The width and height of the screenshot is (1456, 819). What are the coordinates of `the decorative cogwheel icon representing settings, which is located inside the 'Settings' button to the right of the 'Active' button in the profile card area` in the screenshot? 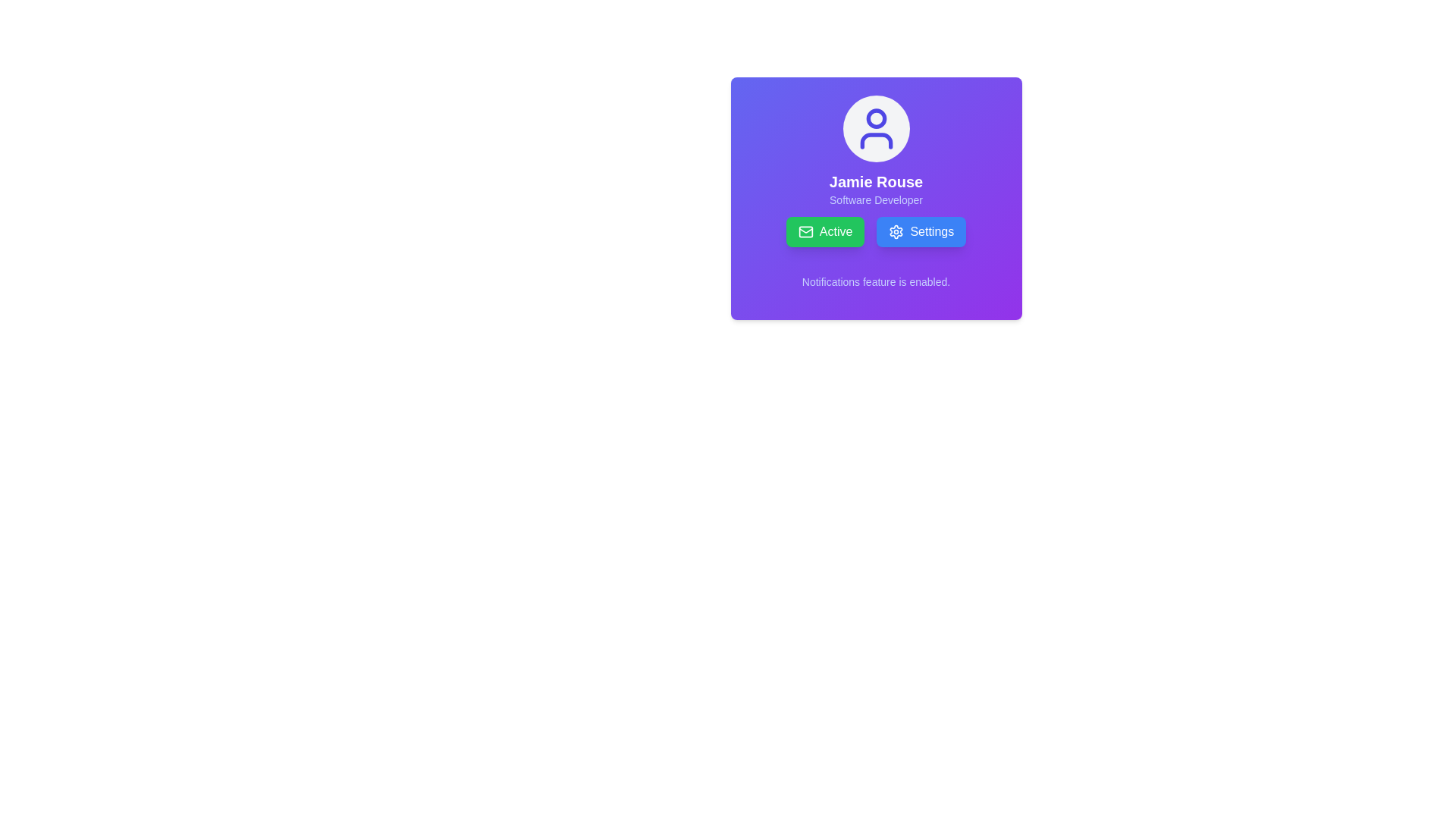 It's located at (896, 231).